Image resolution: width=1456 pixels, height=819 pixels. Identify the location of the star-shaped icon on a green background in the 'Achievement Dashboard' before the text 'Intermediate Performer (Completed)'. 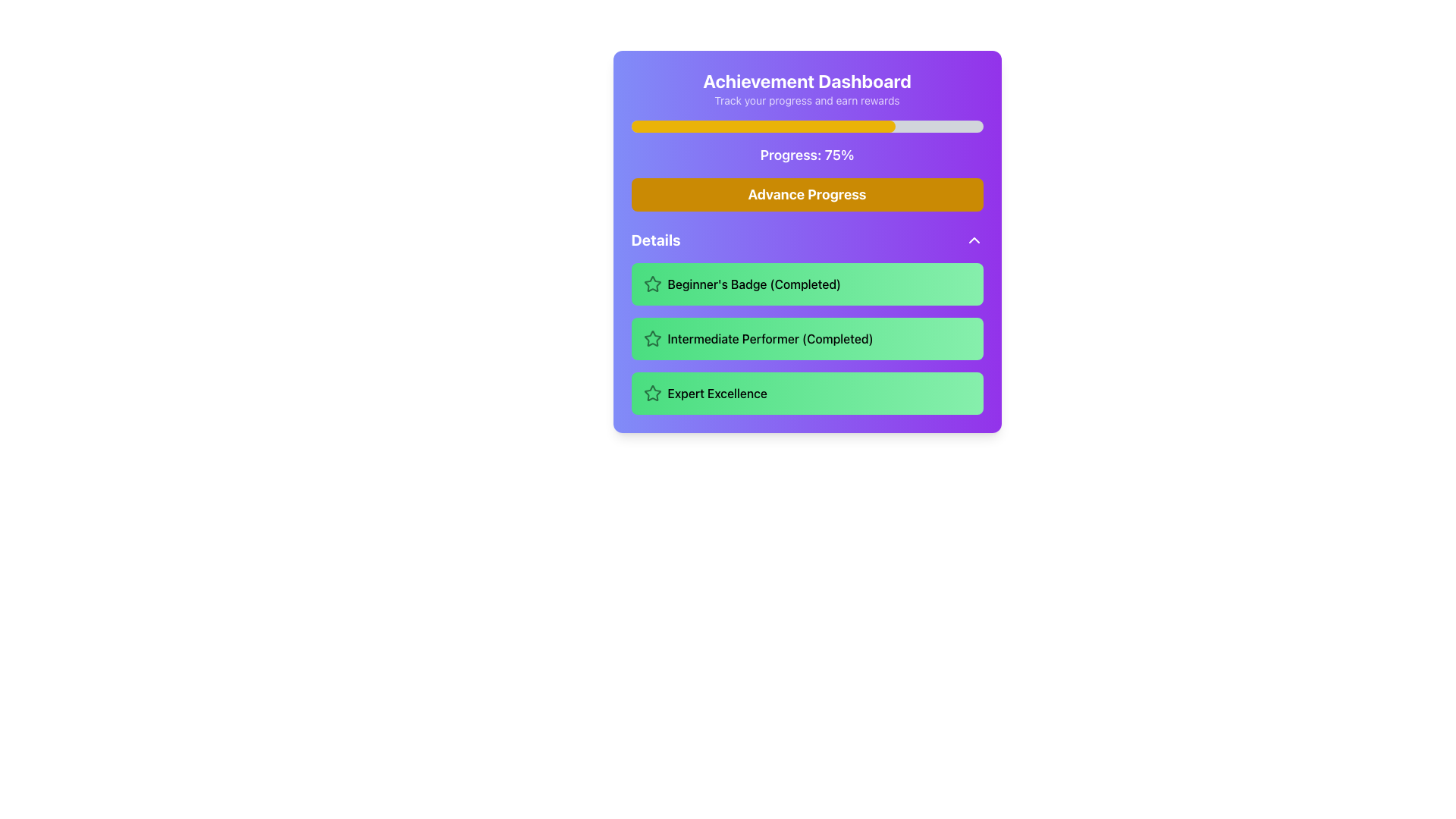
(652, 284).